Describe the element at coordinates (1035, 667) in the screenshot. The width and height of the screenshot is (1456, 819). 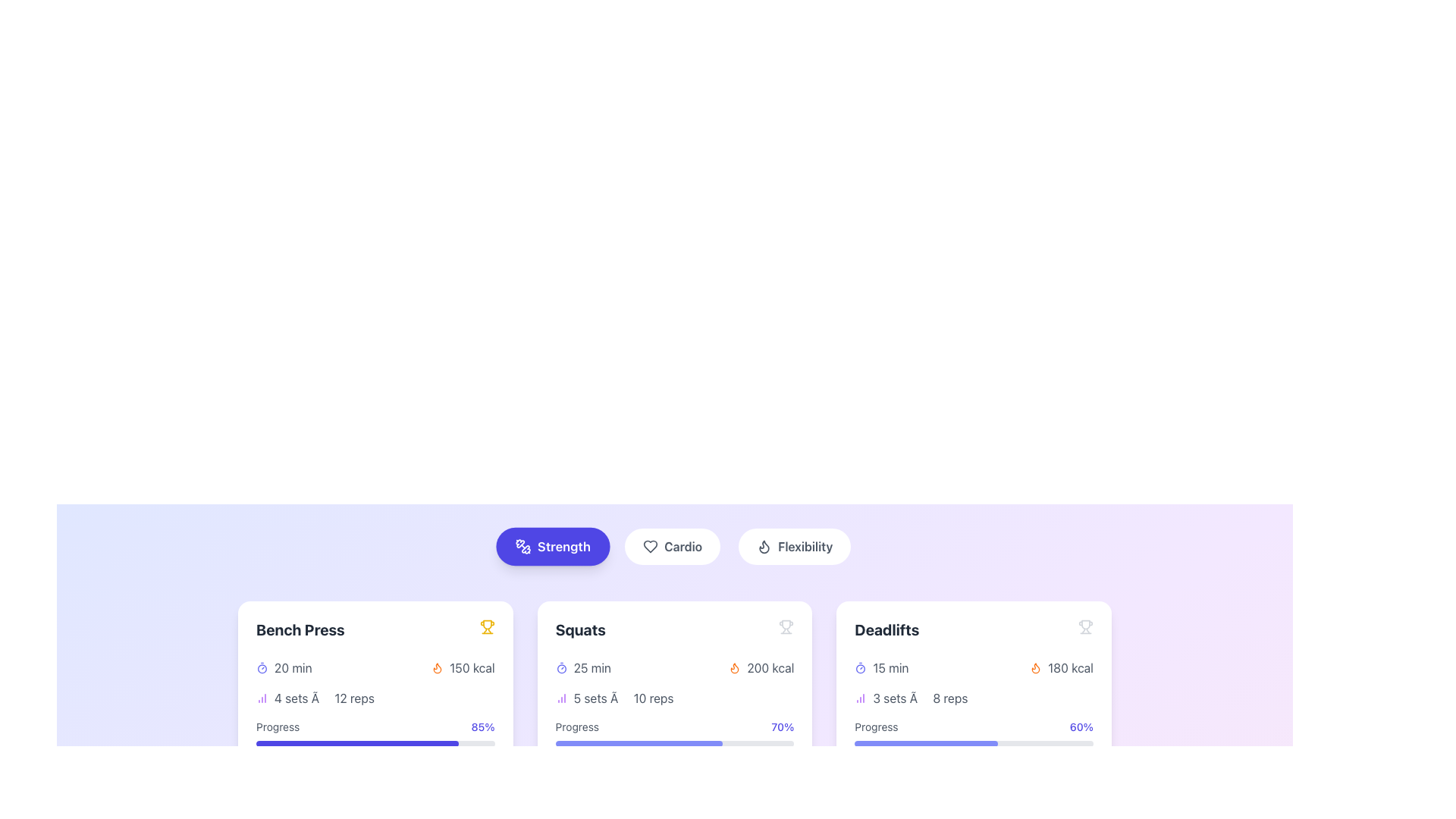
I see `the orange flame icon indicating calorie consumption located in the third card from the left, aligned with the '180 kcal' text` at that location.